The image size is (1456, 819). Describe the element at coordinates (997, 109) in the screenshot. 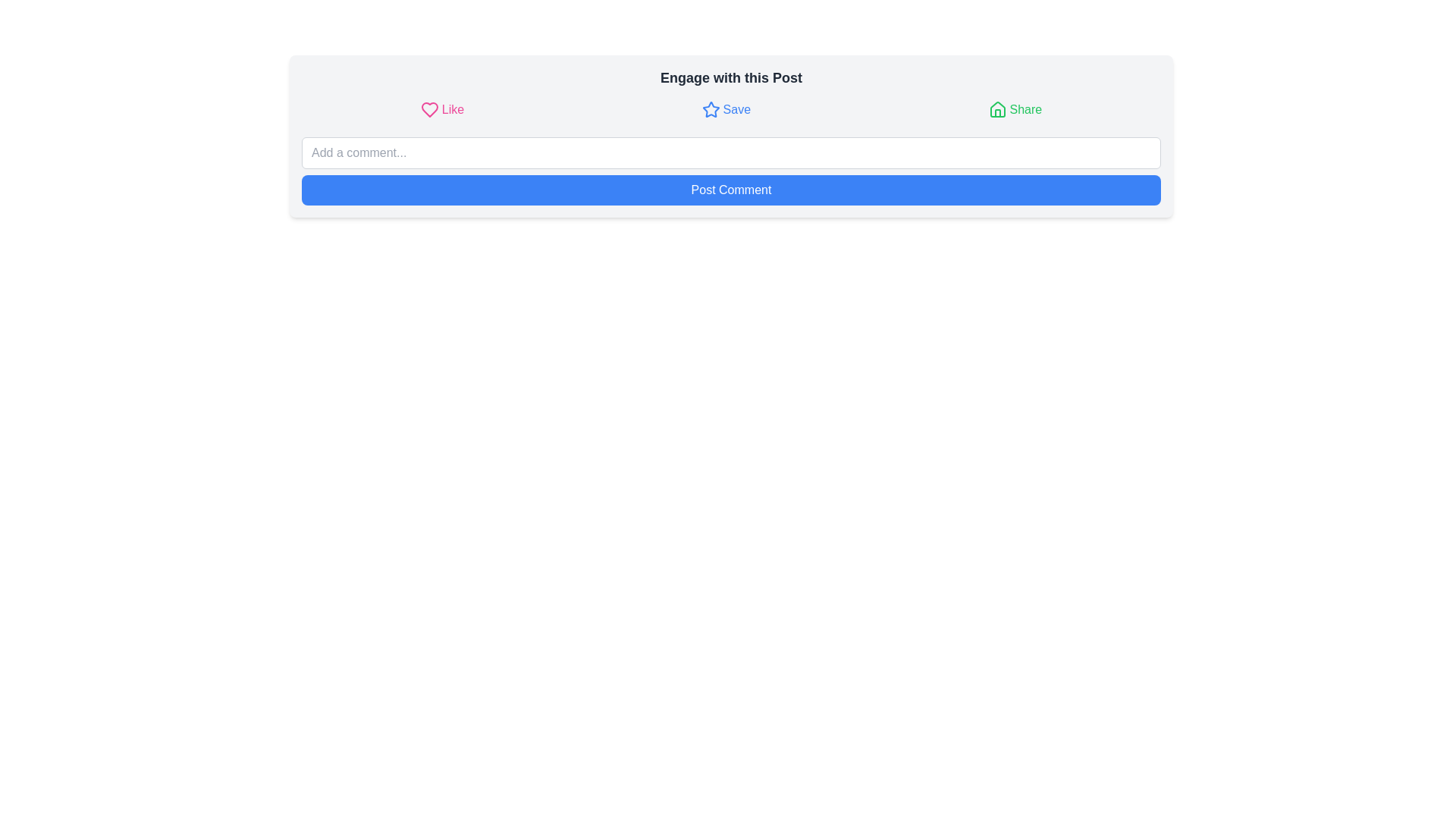

I see `the house icon with a greenish tint located in the 'Share' button group` at that location.